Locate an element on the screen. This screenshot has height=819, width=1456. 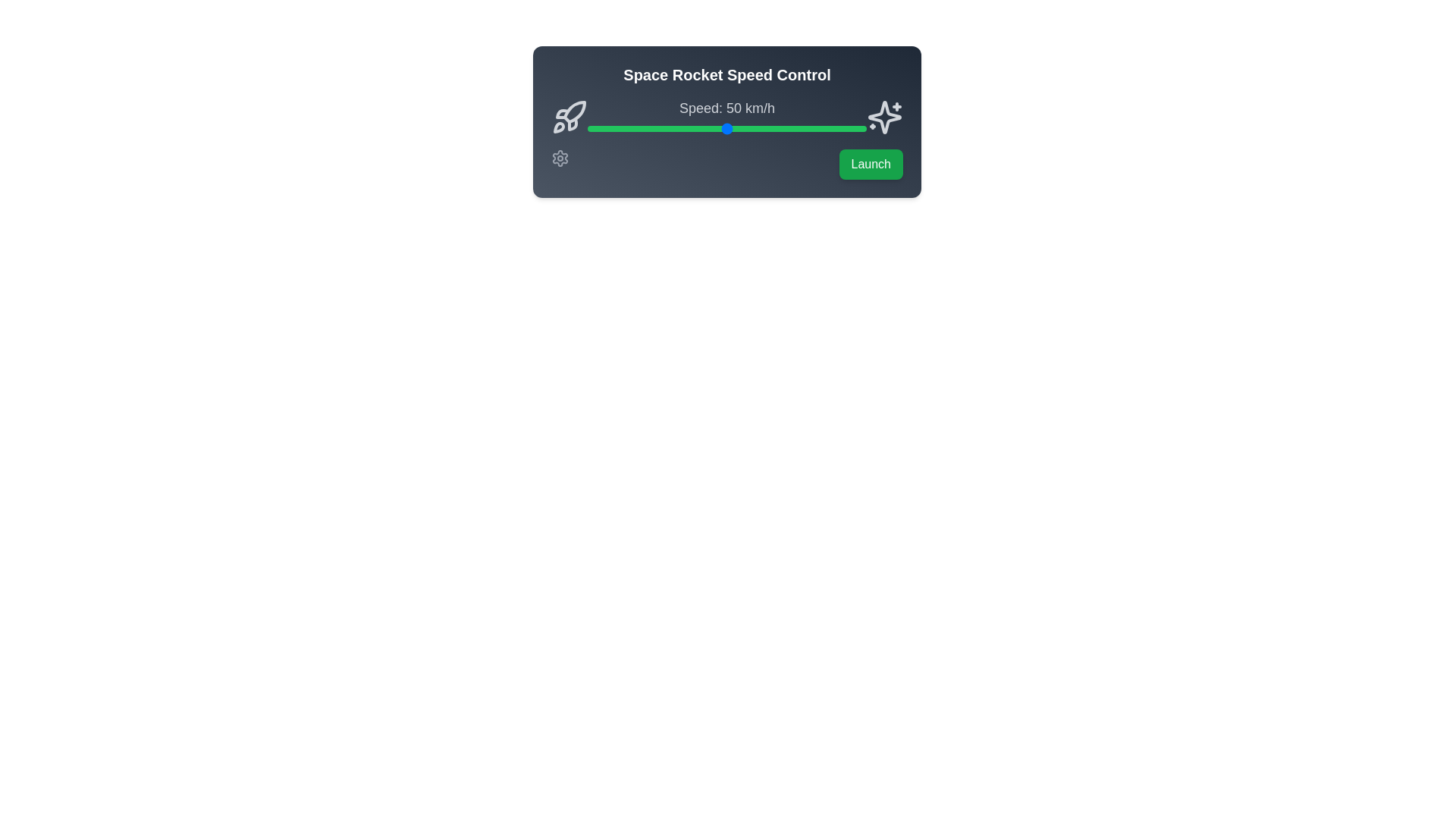
the speed slider to set the speed to 28 km/h is located at coordinates (666, 127).